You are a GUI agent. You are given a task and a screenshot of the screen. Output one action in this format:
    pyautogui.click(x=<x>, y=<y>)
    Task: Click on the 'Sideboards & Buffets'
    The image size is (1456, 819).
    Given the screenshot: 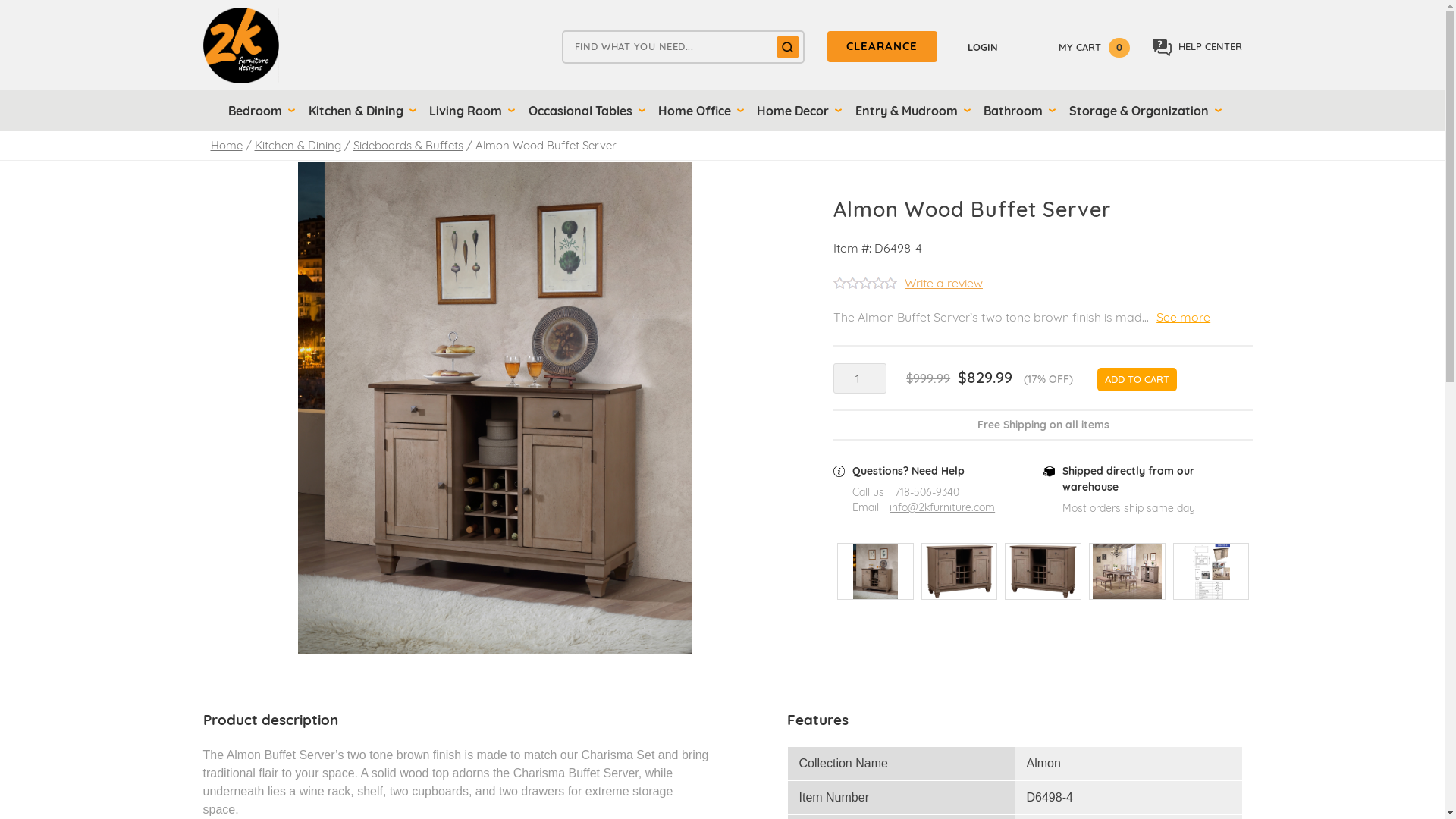 What is the action you would take?
    pyautogui.click(x=408, y=145)
    